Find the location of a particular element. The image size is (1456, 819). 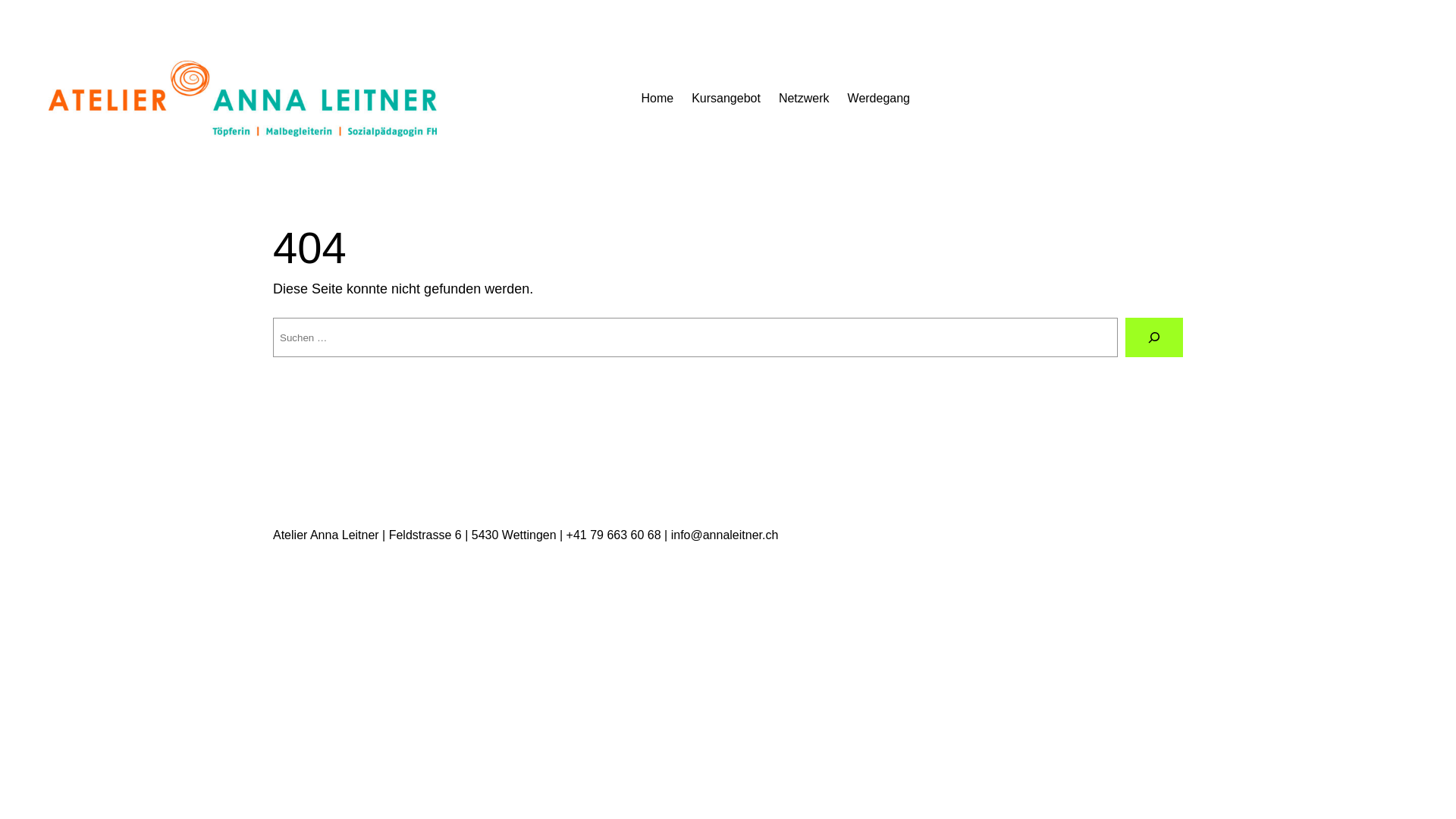

'Home' is located at coordinates (657, 99).